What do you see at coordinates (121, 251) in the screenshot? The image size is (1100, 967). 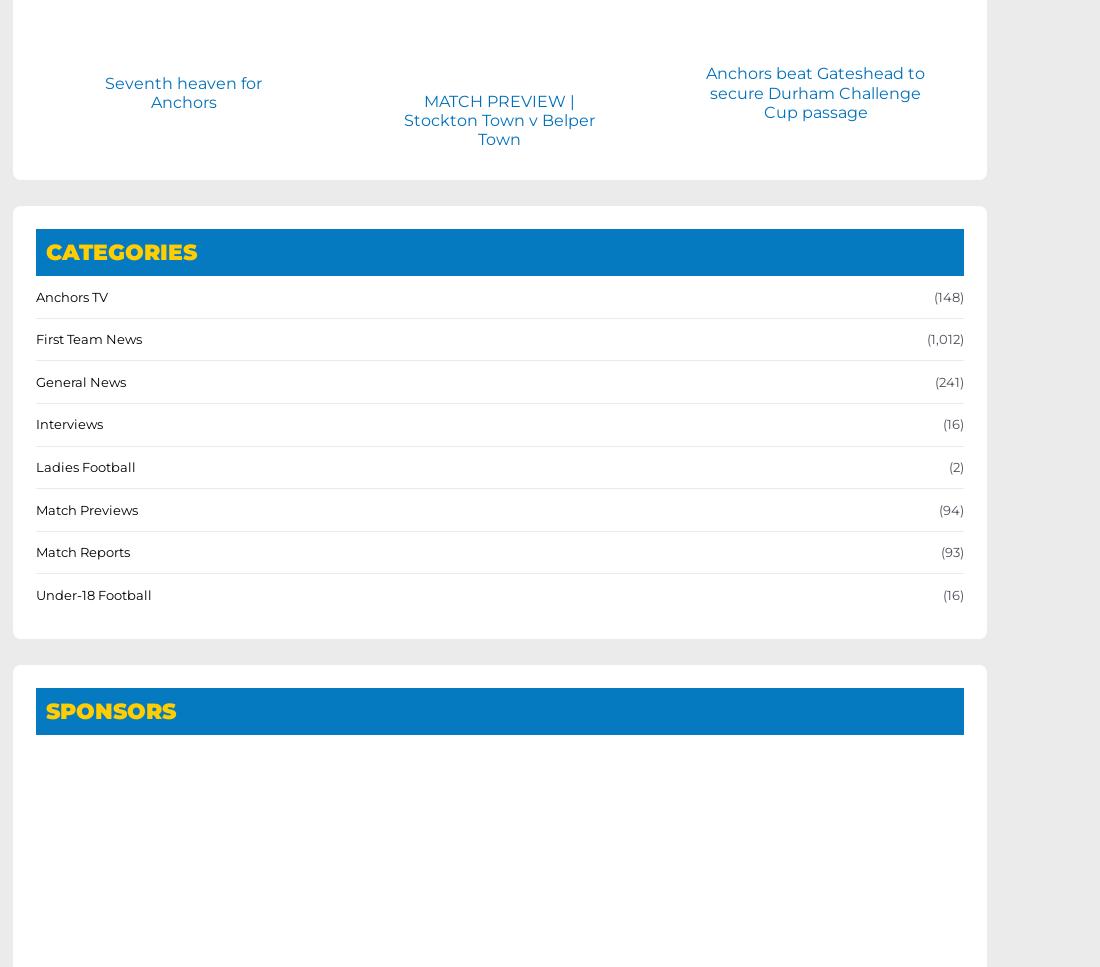 I see `'CATEGORIES'` at bounding box center [121, 251].